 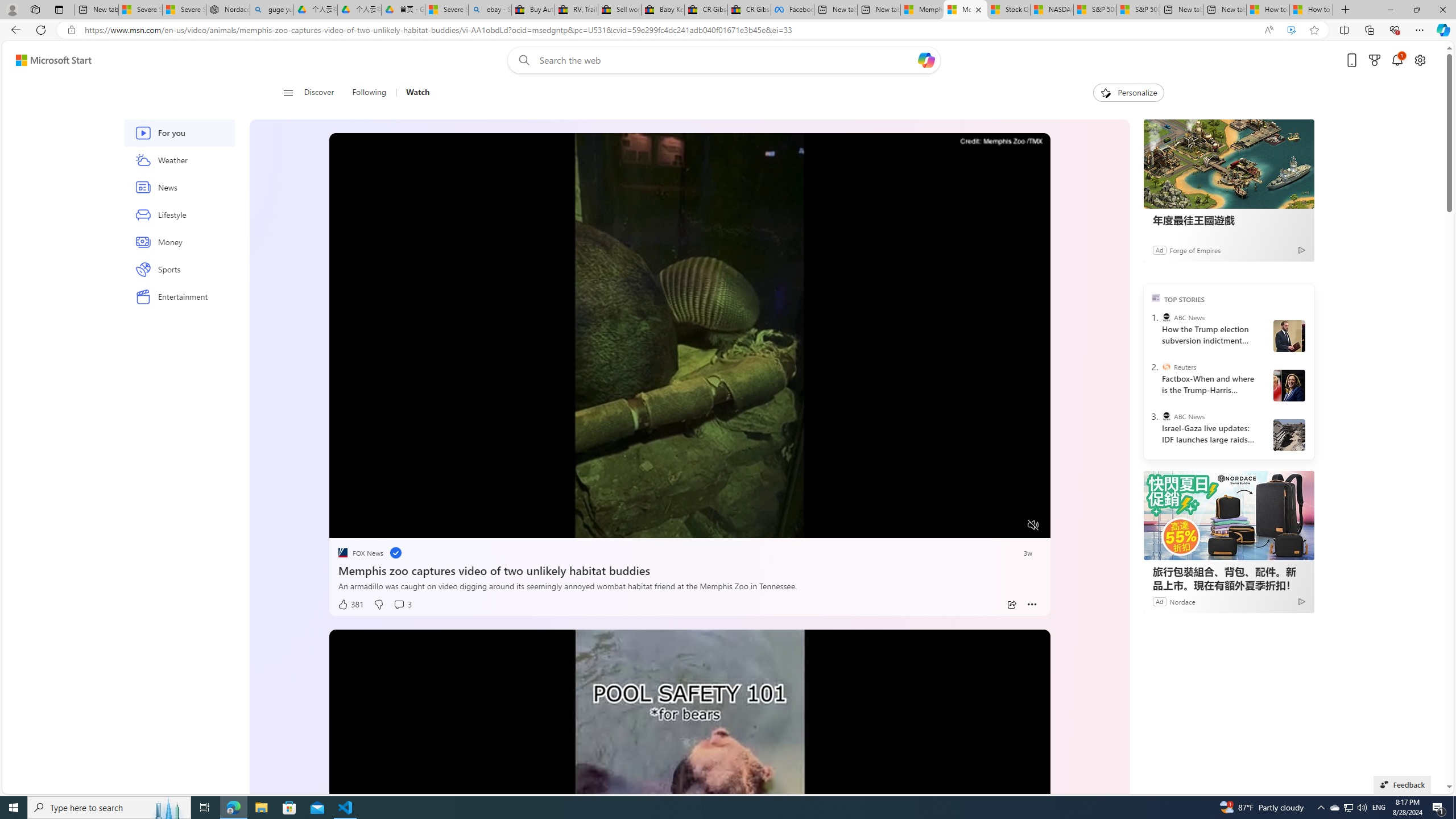 I want to click on '381 Like', so click(x=350, y=604).